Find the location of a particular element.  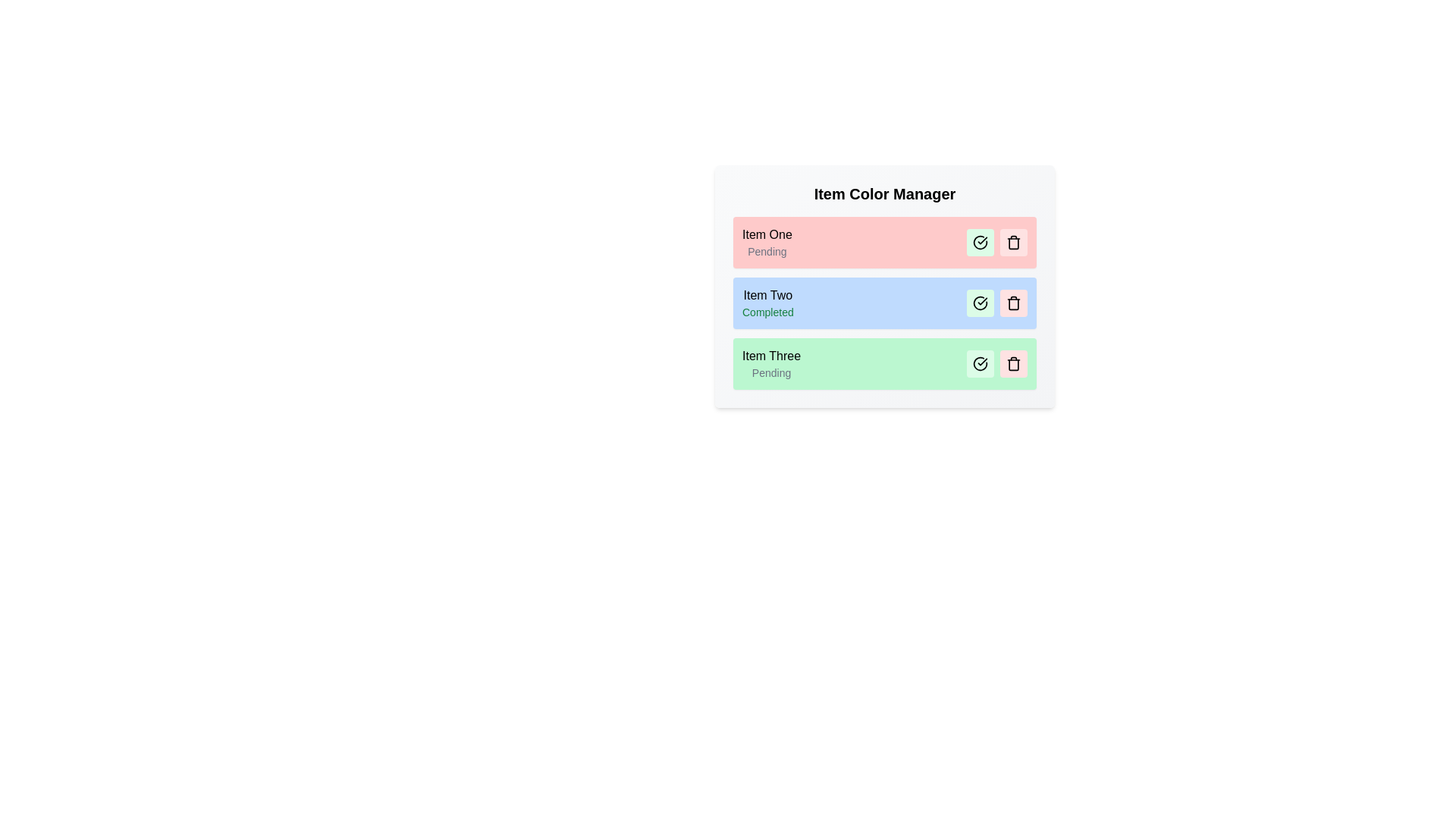

the delete button for the item Item Three is located at coordinates (1014, 363).